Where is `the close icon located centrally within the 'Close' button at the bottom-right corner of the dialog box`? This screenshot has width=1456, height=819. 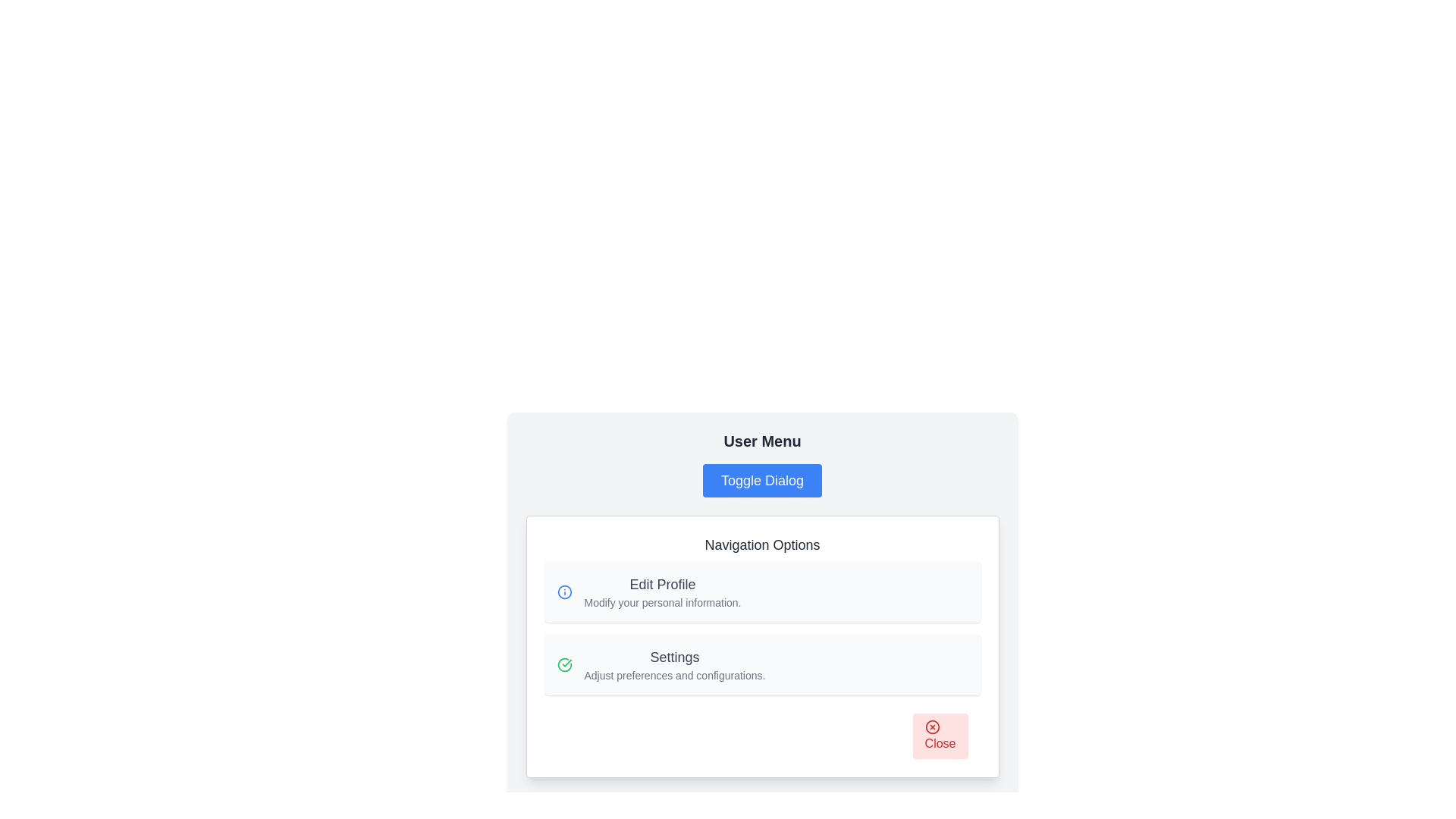 the close icon located centrally within the 'Close' button at the bottom-right corner of the dialog box is located at coordinates (931, 726).